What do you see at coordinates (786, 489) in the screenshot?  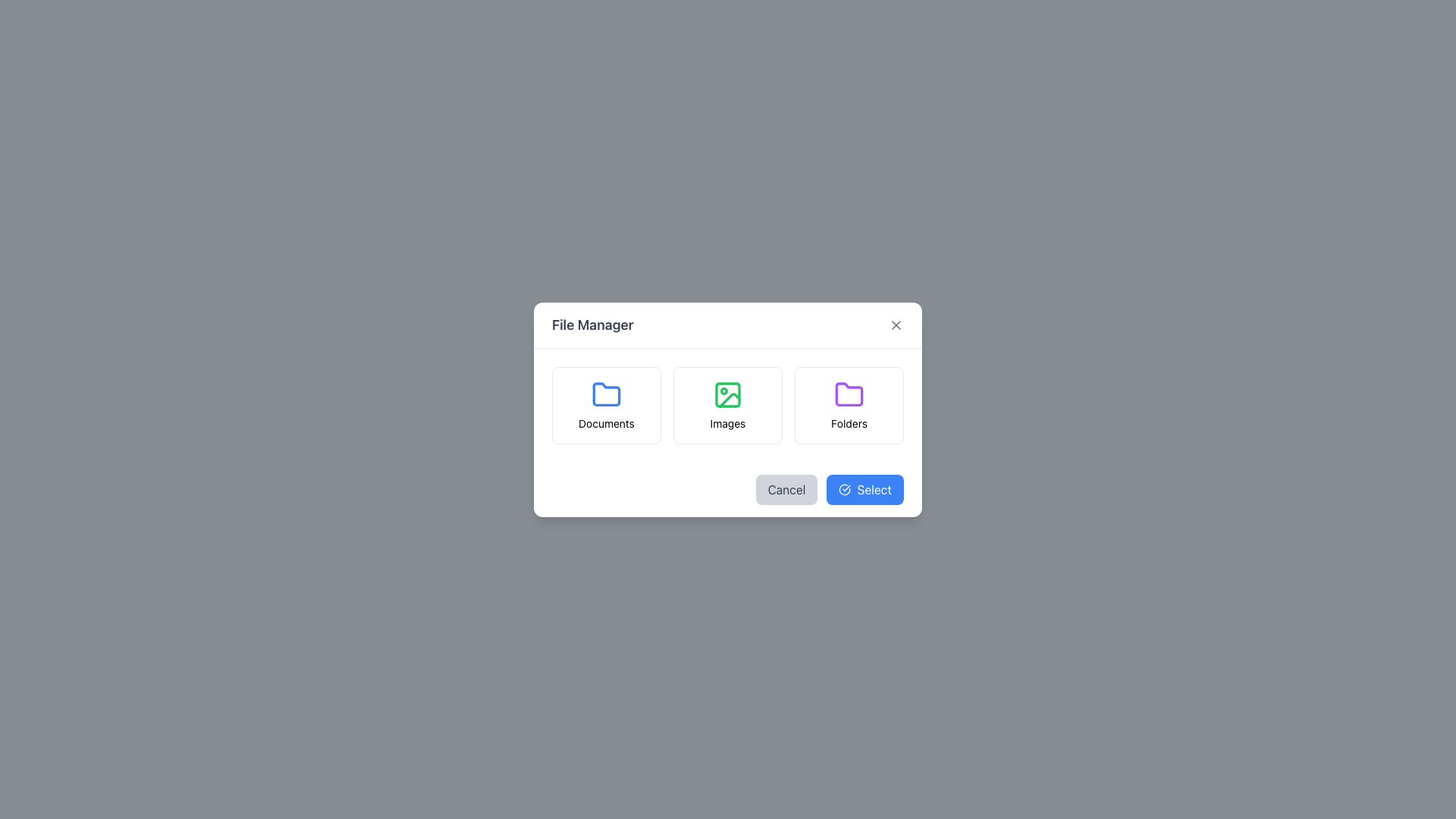 I see `the 'Cancel' button with a gray background and rounded corners, located in the lower right section of the modal window` at bounding box center [786, 489].